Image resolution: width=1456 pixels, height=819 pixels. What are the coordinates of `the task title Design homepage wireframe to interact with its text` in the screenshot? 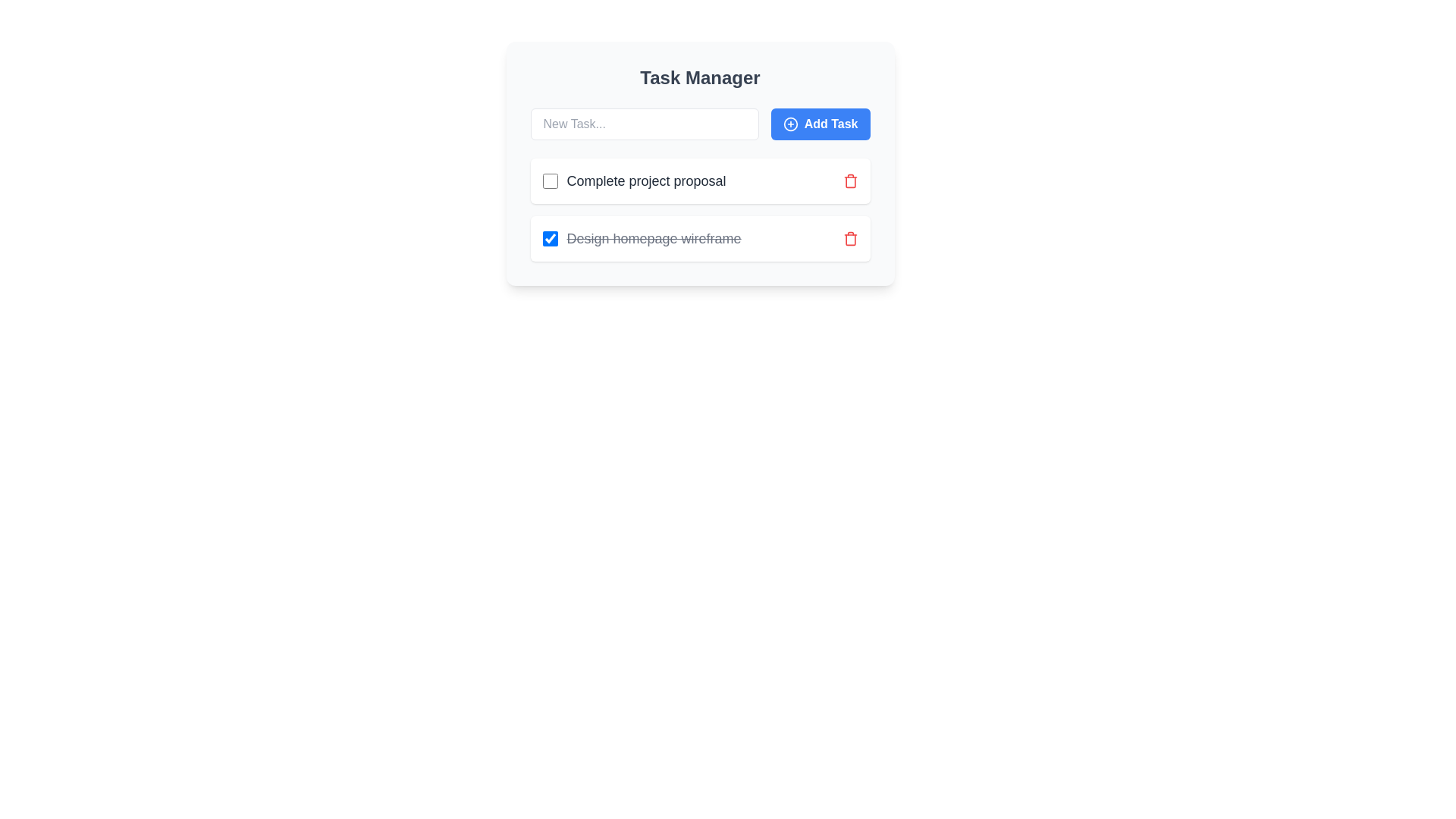 It's located at (642, 239).